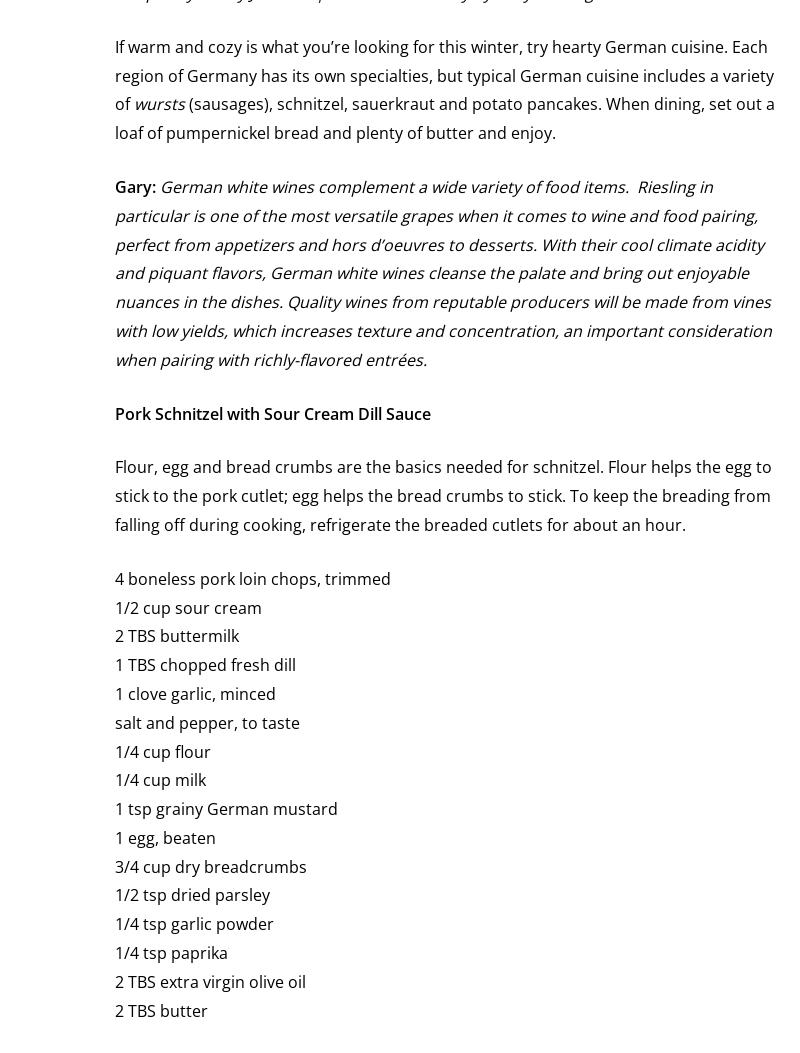 This screenshot has width=800, height=1053. What do you see at coordinates (187, 606) in the screenshot?
I see `'1/2 cup sour cream'` at bounding box center [187, 606].